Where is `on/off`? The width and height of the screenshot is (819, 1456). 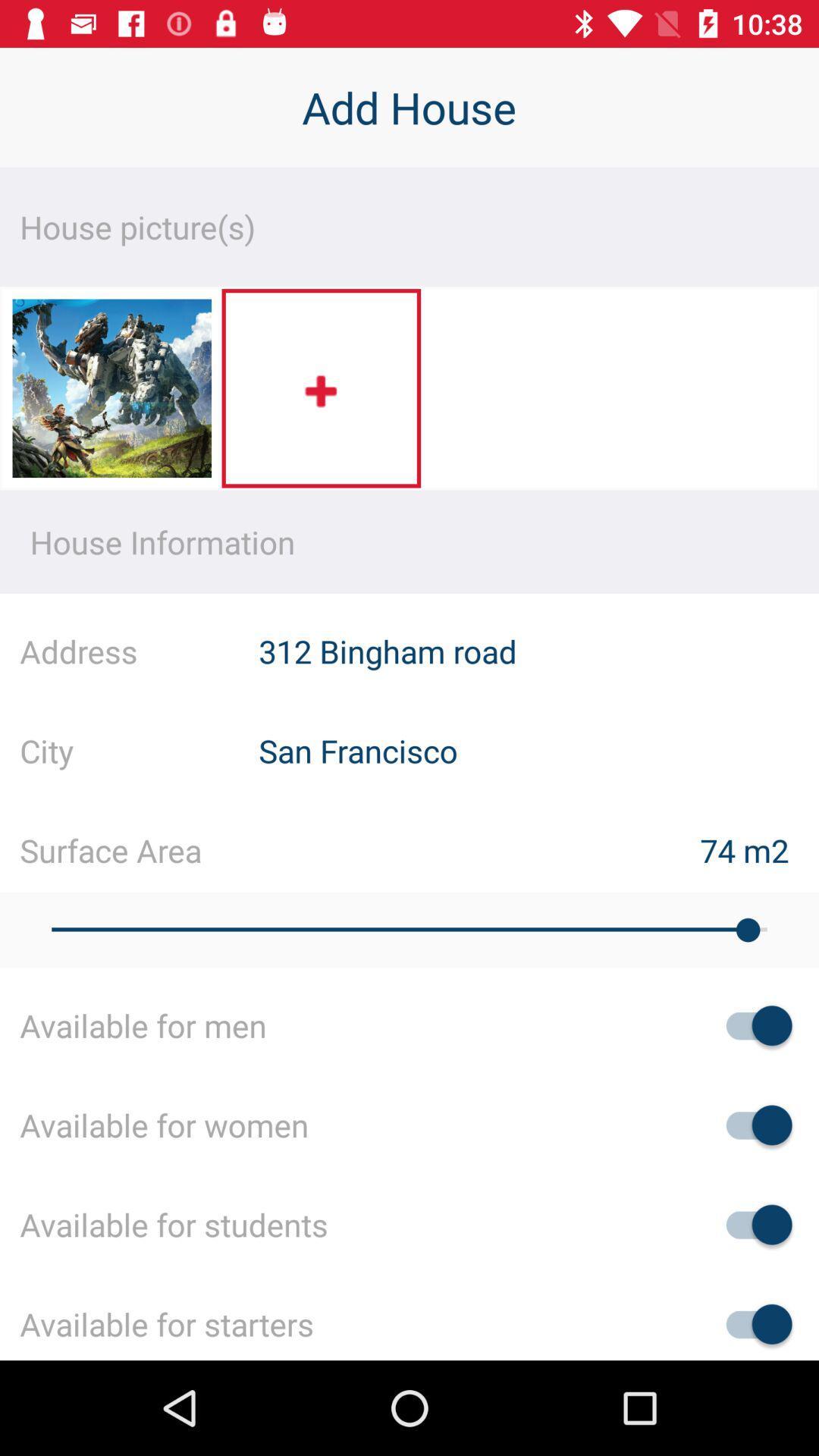
on/off is located at coordinates (752, 1225).